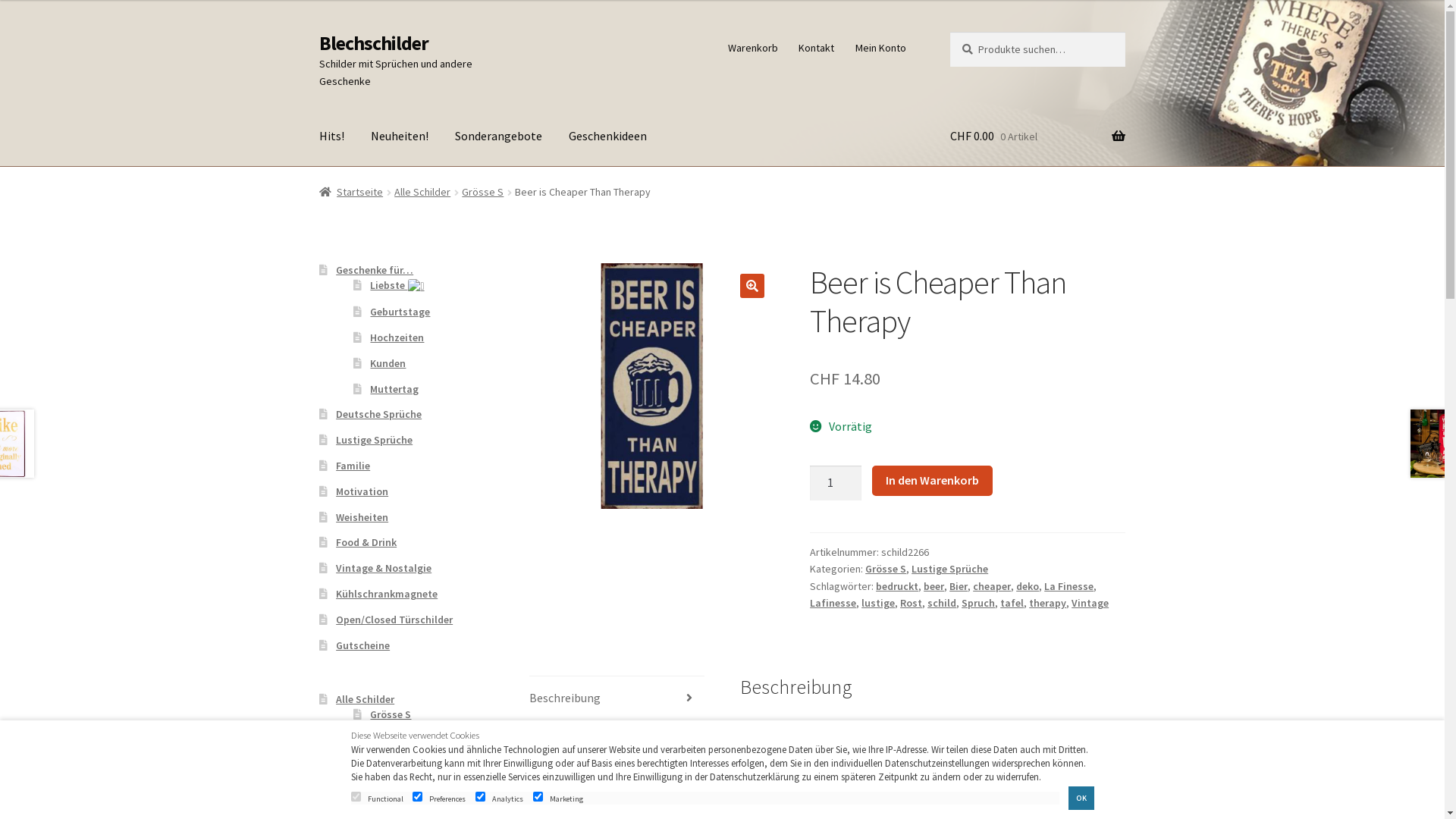  What do you see at coordinates (388, 362) in the screenshot?
I see `'Kunden'` at bounding box center [388, 362].